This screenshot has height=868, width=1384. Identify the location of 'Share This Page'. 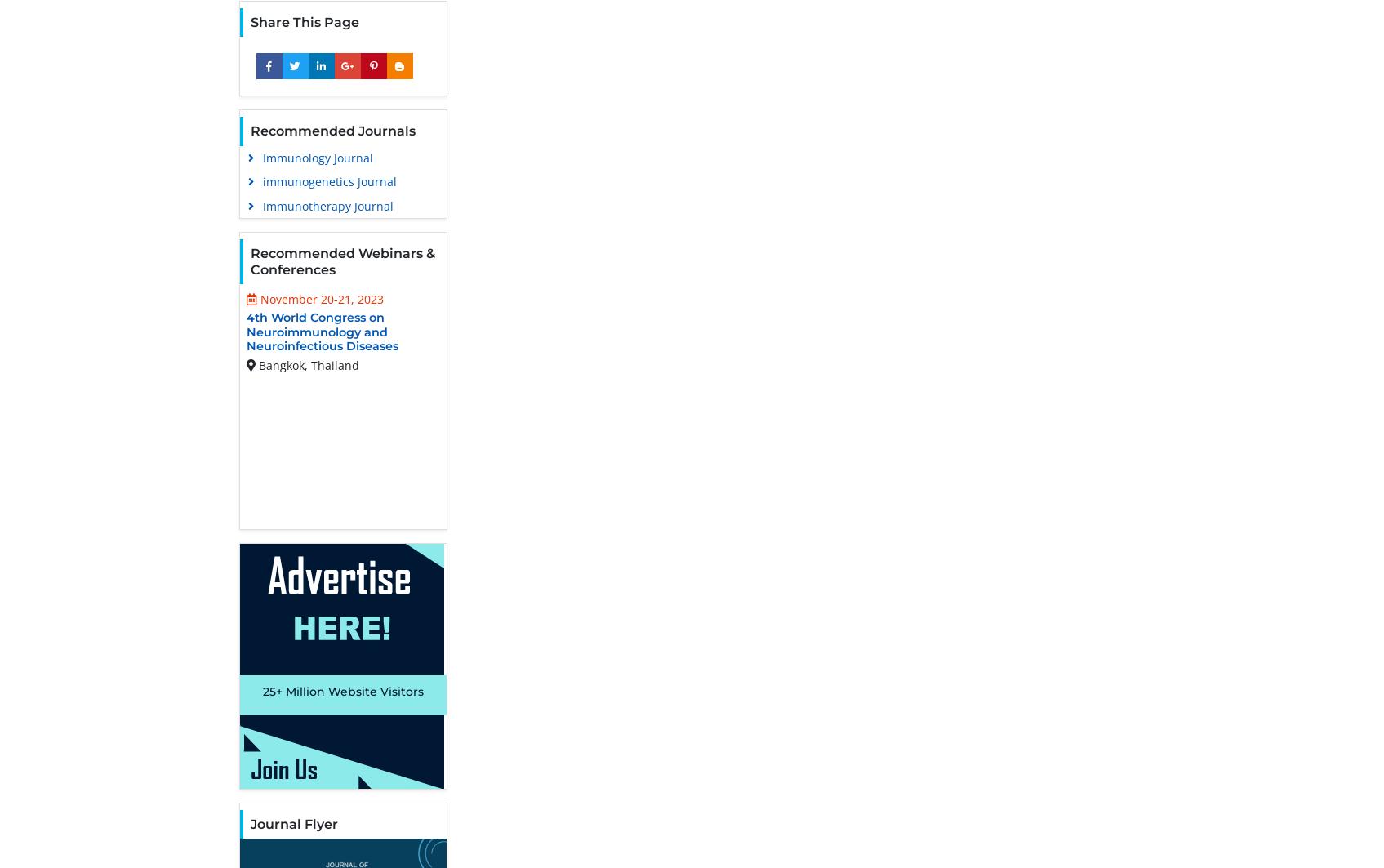
(304, 22).